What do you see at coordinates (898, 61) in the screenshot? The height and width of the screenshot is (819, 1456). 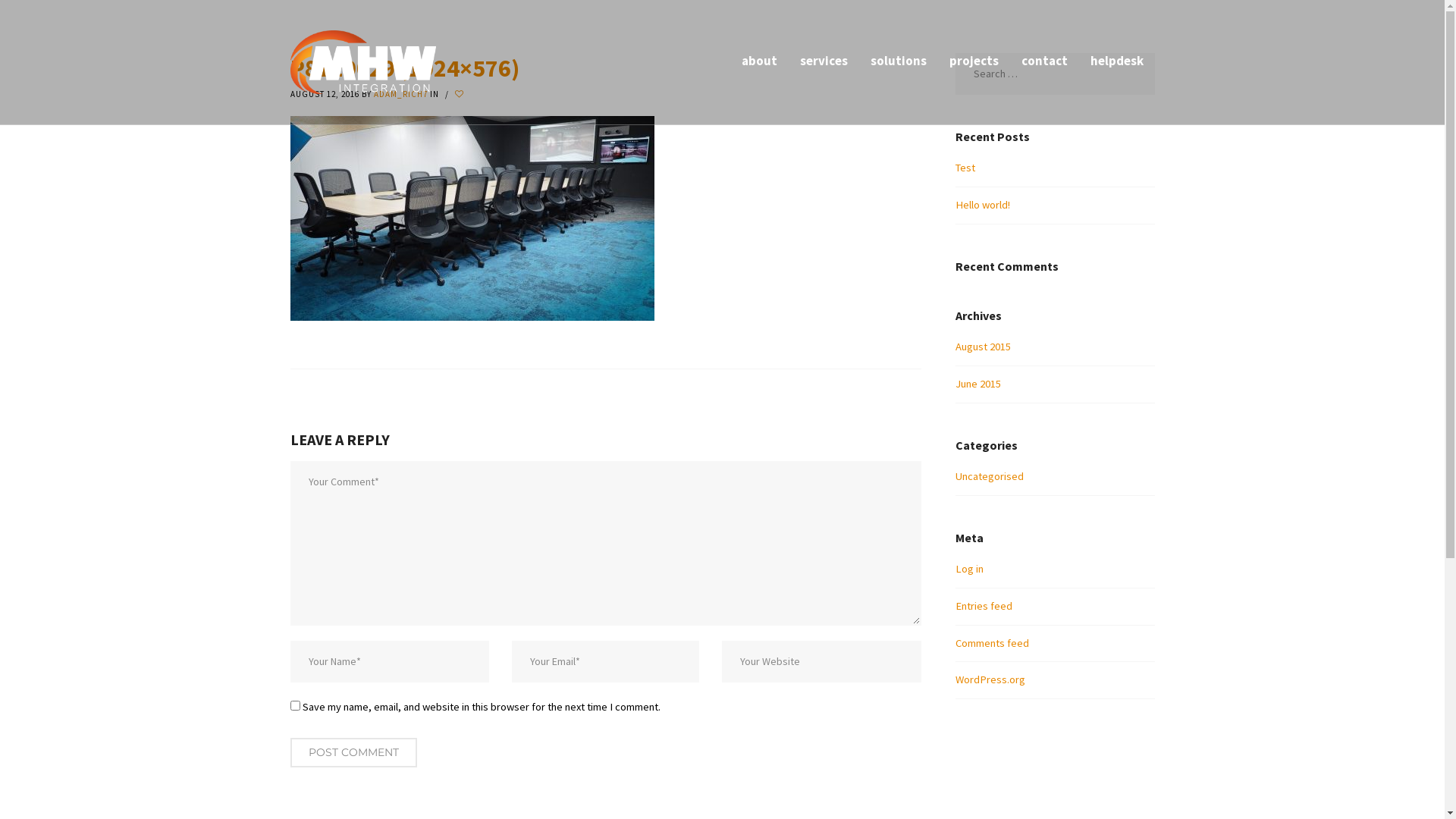 I see `'solutions'` at bounding box center [898, 61].